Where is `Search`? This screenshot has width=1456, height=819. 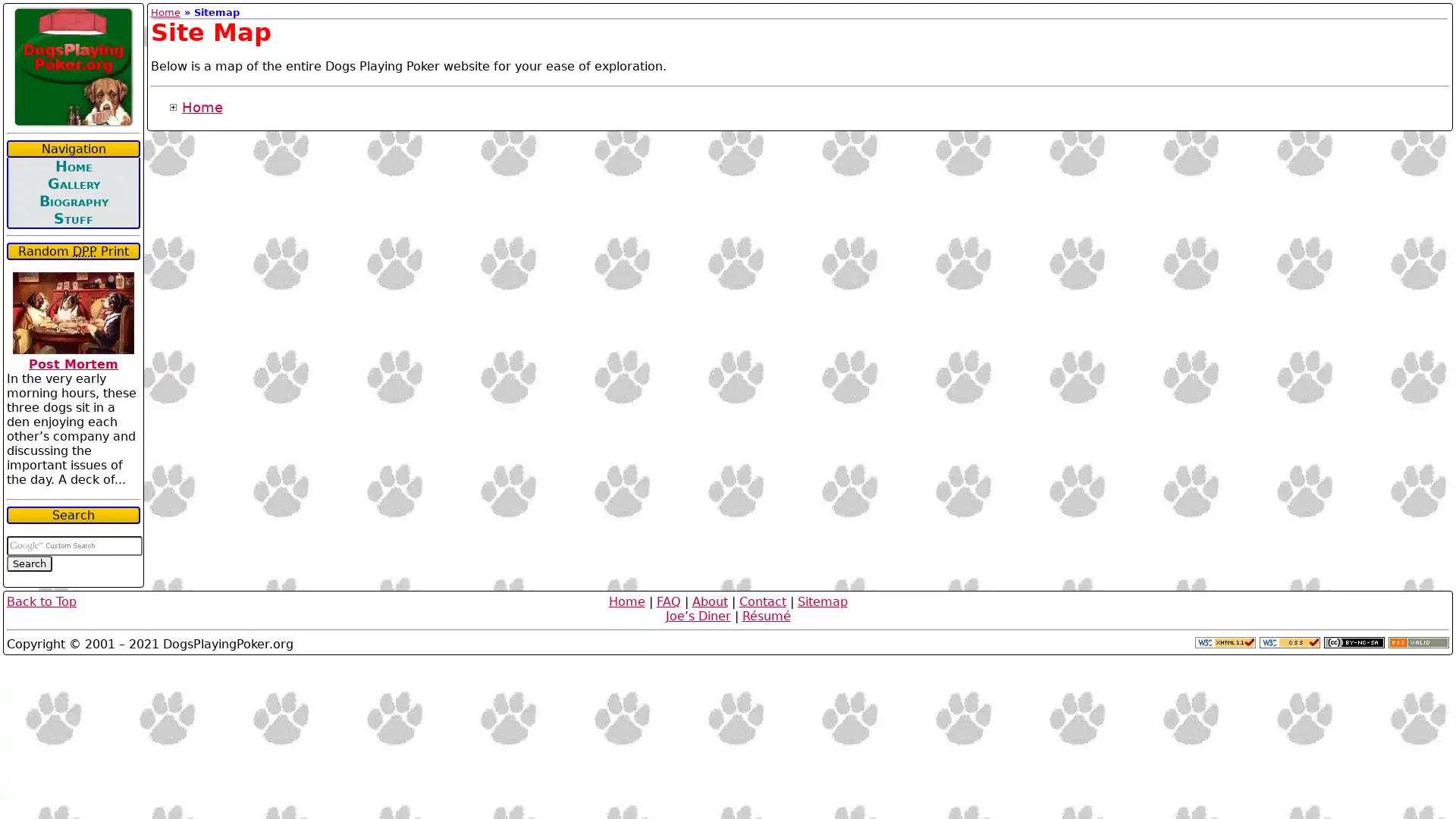 Search is located at coordinates (29, 563).